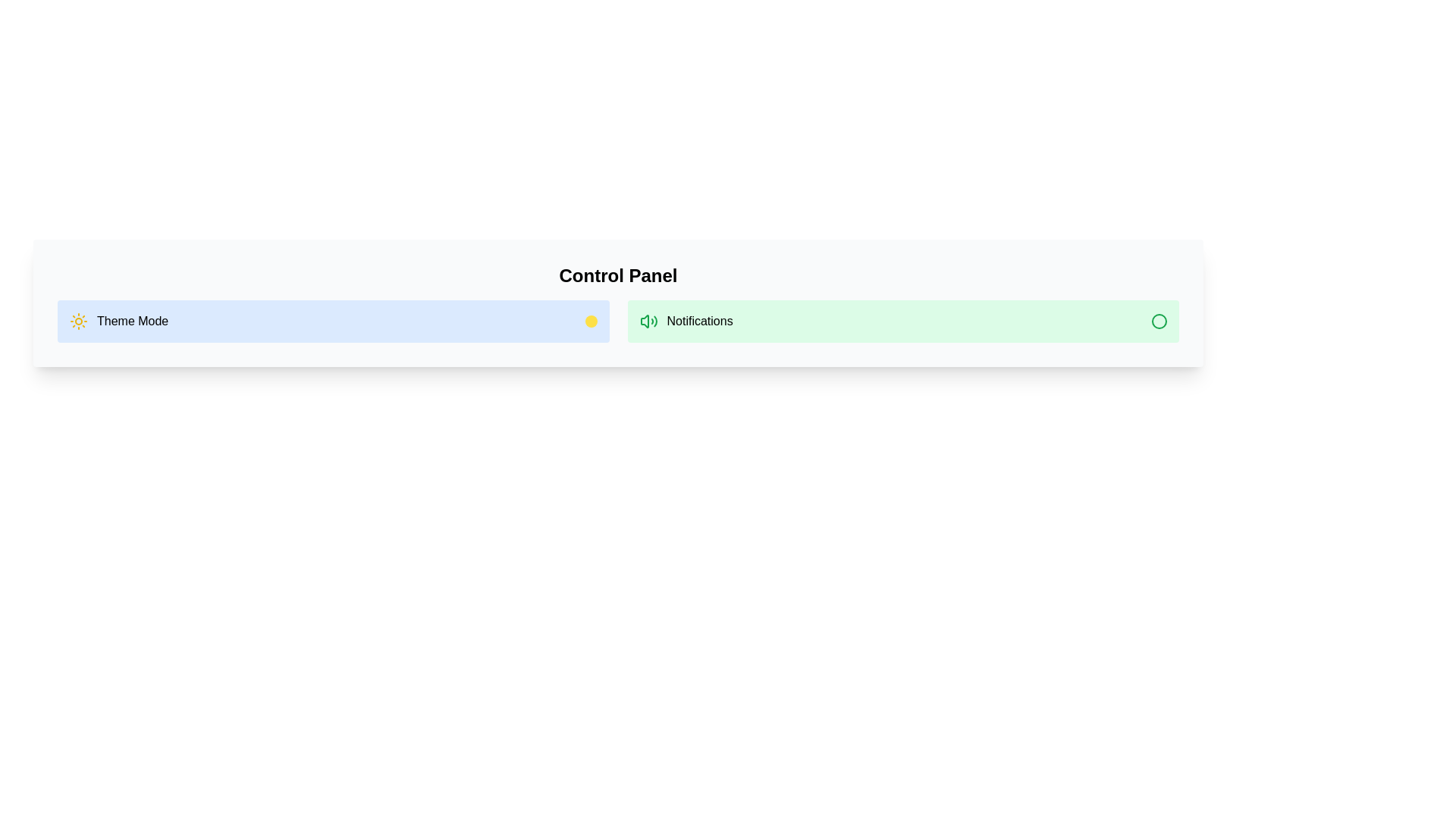 The image size is (1456, 819). What do you see at coordinates (648, 321) in the screenshot?
I see `the notification settings icon located to the left of the 'Notifications' text in the right-aligned notification section` at bounding box center [648, 321].